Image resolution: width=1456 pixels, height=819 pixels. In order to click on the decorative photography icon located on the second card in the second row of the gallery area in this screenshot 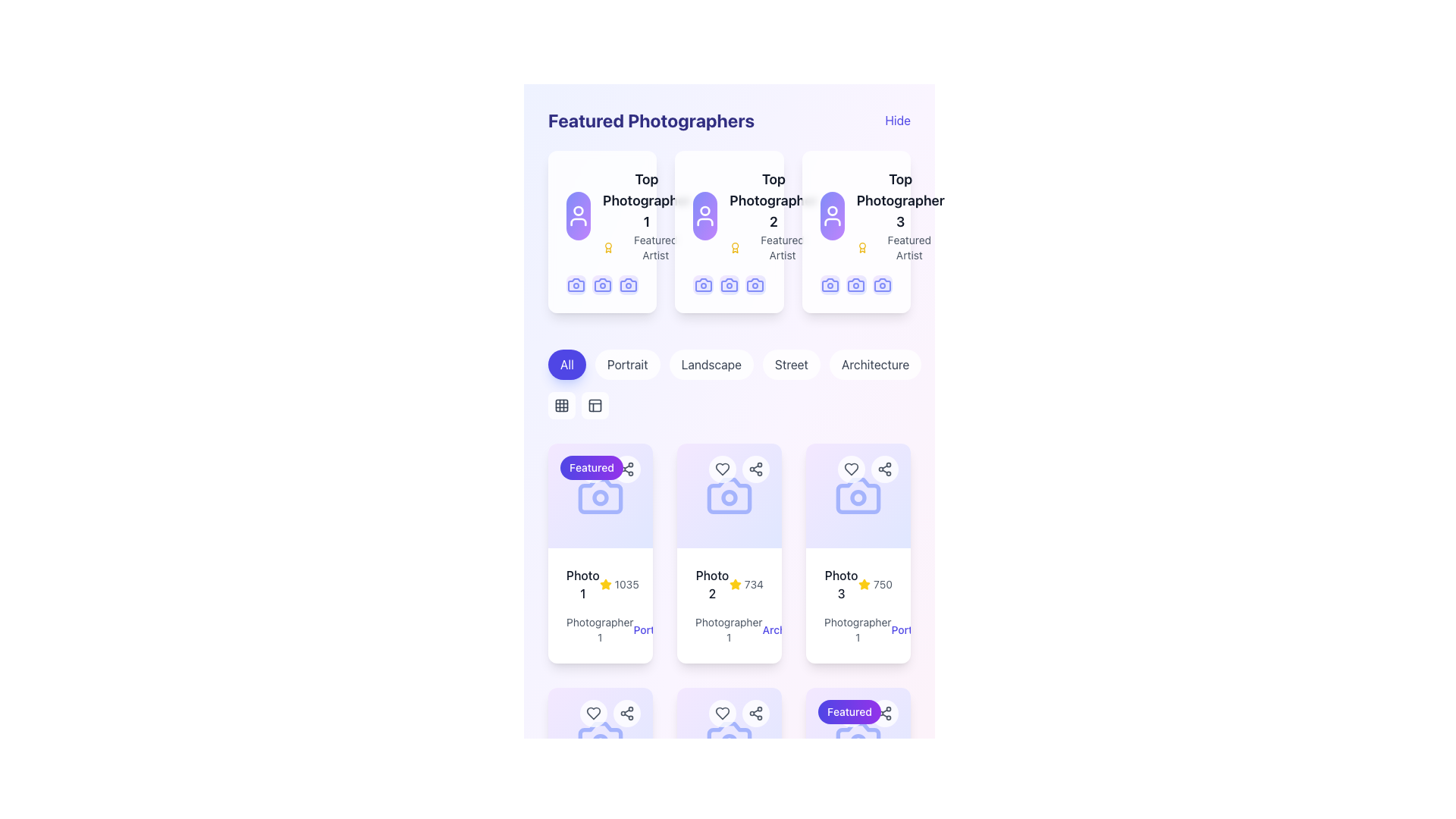, I will do `click(729, 496)`.